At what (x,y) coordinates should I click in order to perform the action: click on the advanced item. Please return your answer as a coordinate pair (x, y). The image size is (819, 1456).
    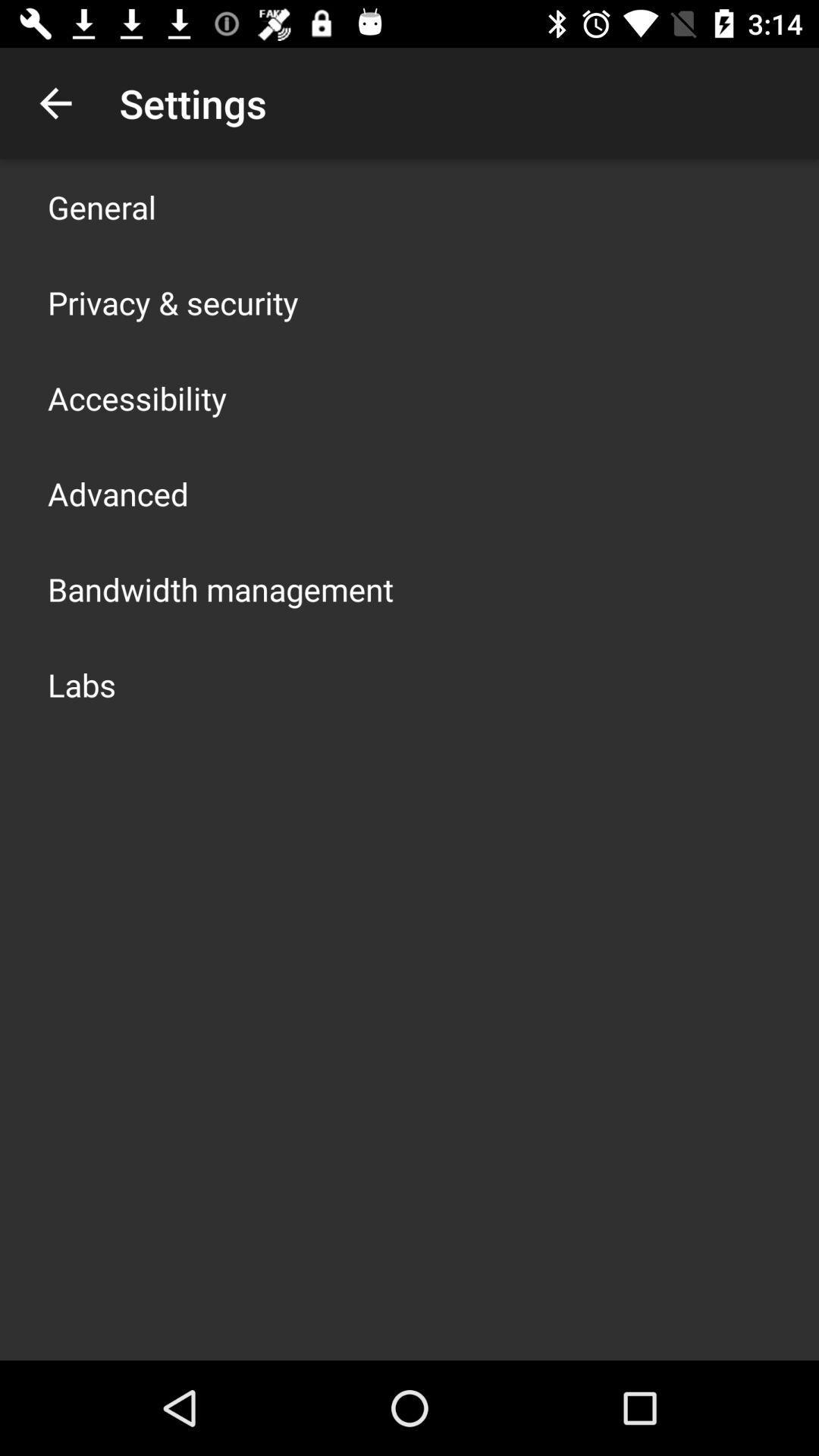
    Looking at the image, I should click on (117, 494).